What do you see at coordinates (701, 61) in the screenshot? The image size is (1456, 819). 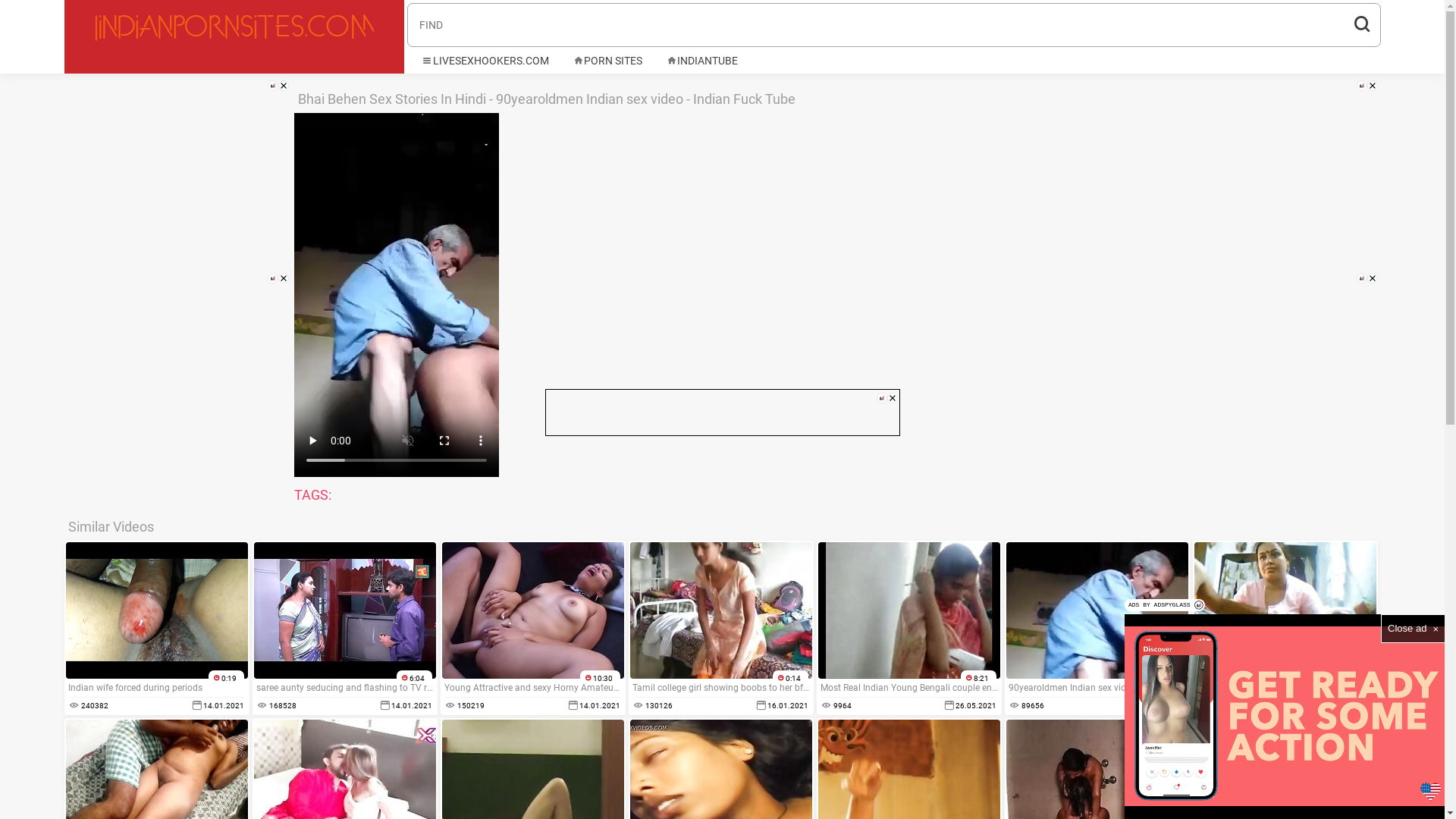 I see `'INDIANTUBE'` at bounding box center [701, 61].